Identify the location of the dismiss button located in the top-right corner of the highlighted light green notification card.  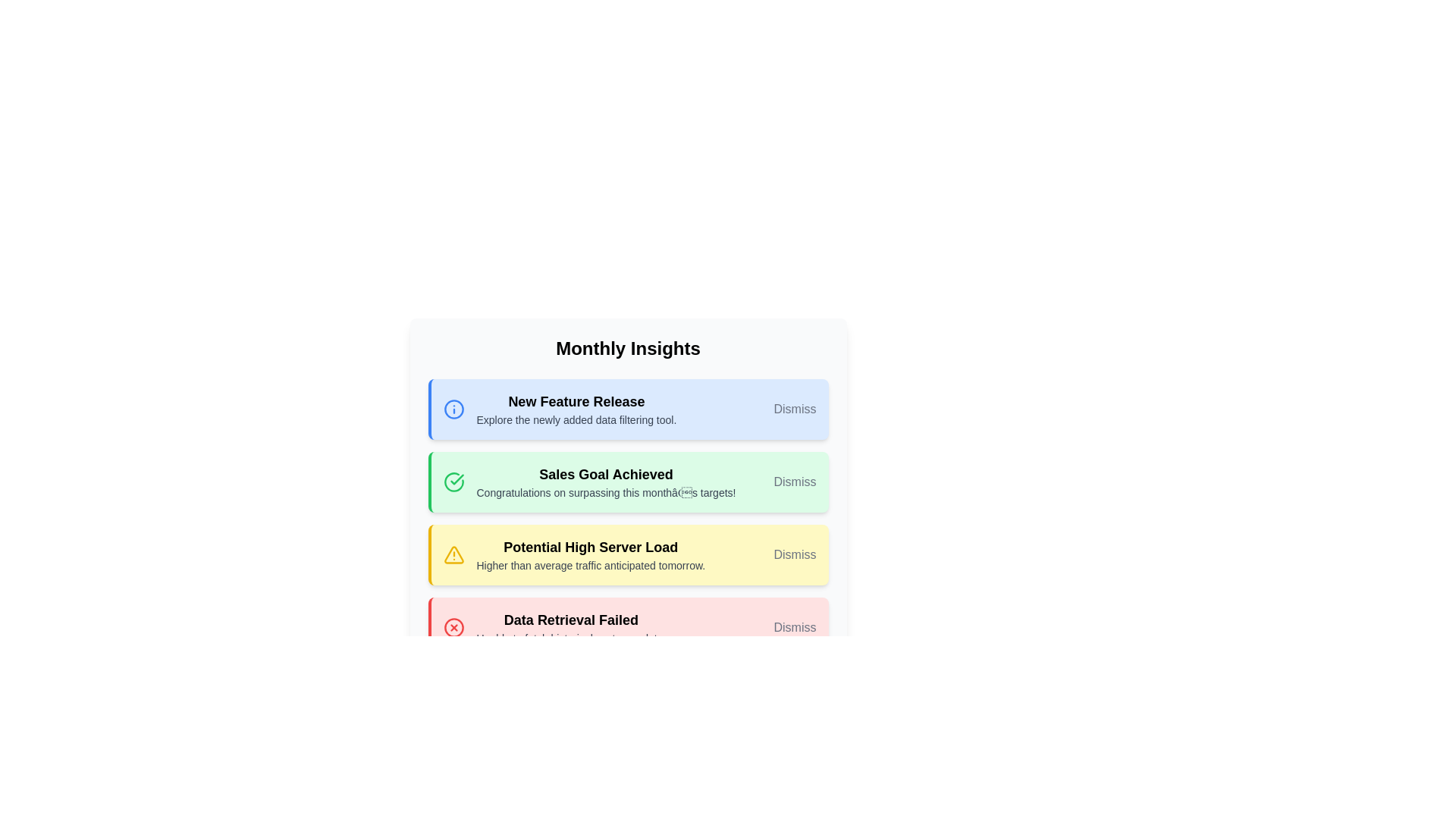
(794, 482).